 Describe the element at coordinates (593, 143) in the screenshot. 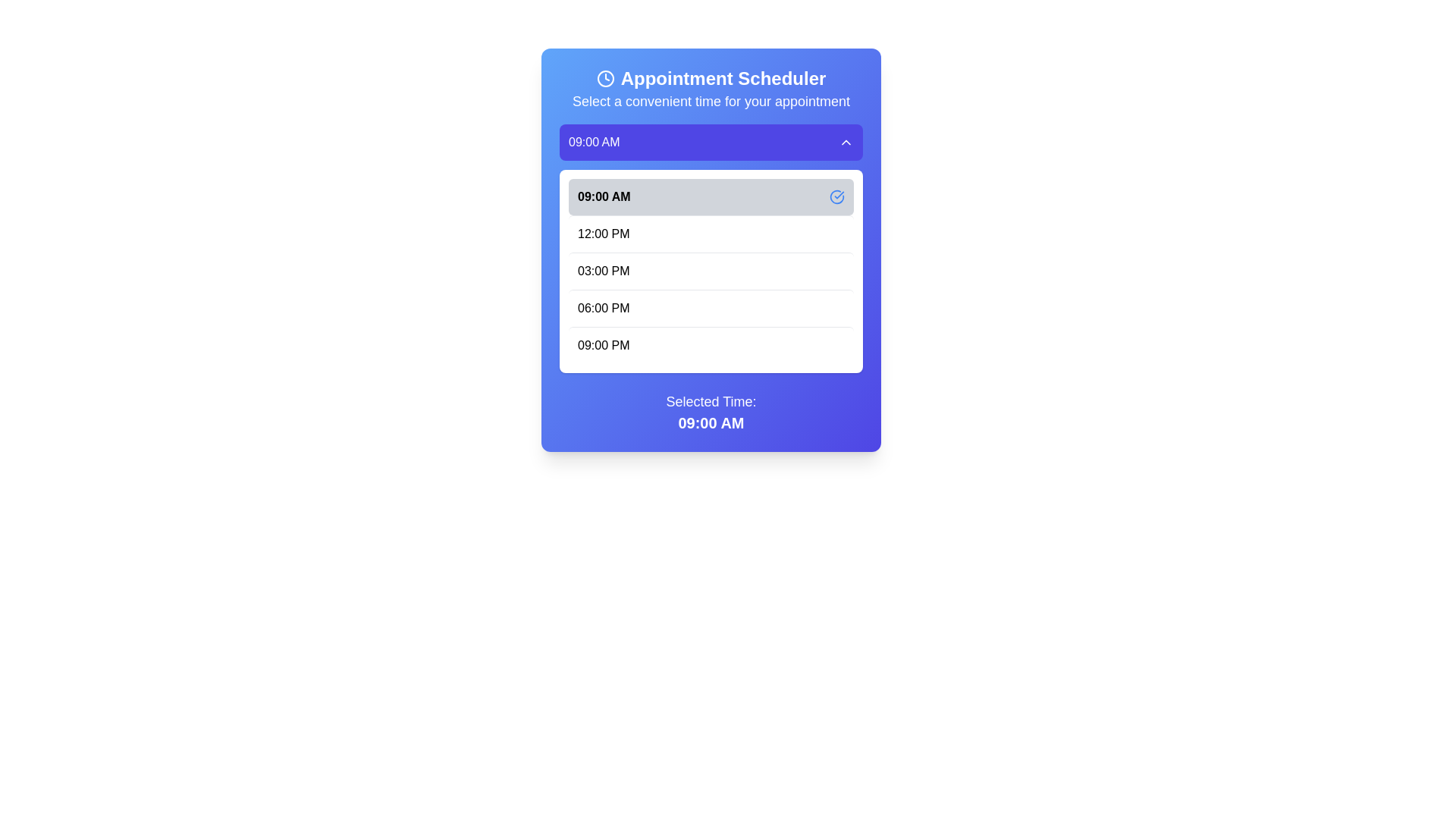

I see `the text '09:00 AM' which is displayed in bold white color on a blue background at the top section of the dropdown menu` at that location.